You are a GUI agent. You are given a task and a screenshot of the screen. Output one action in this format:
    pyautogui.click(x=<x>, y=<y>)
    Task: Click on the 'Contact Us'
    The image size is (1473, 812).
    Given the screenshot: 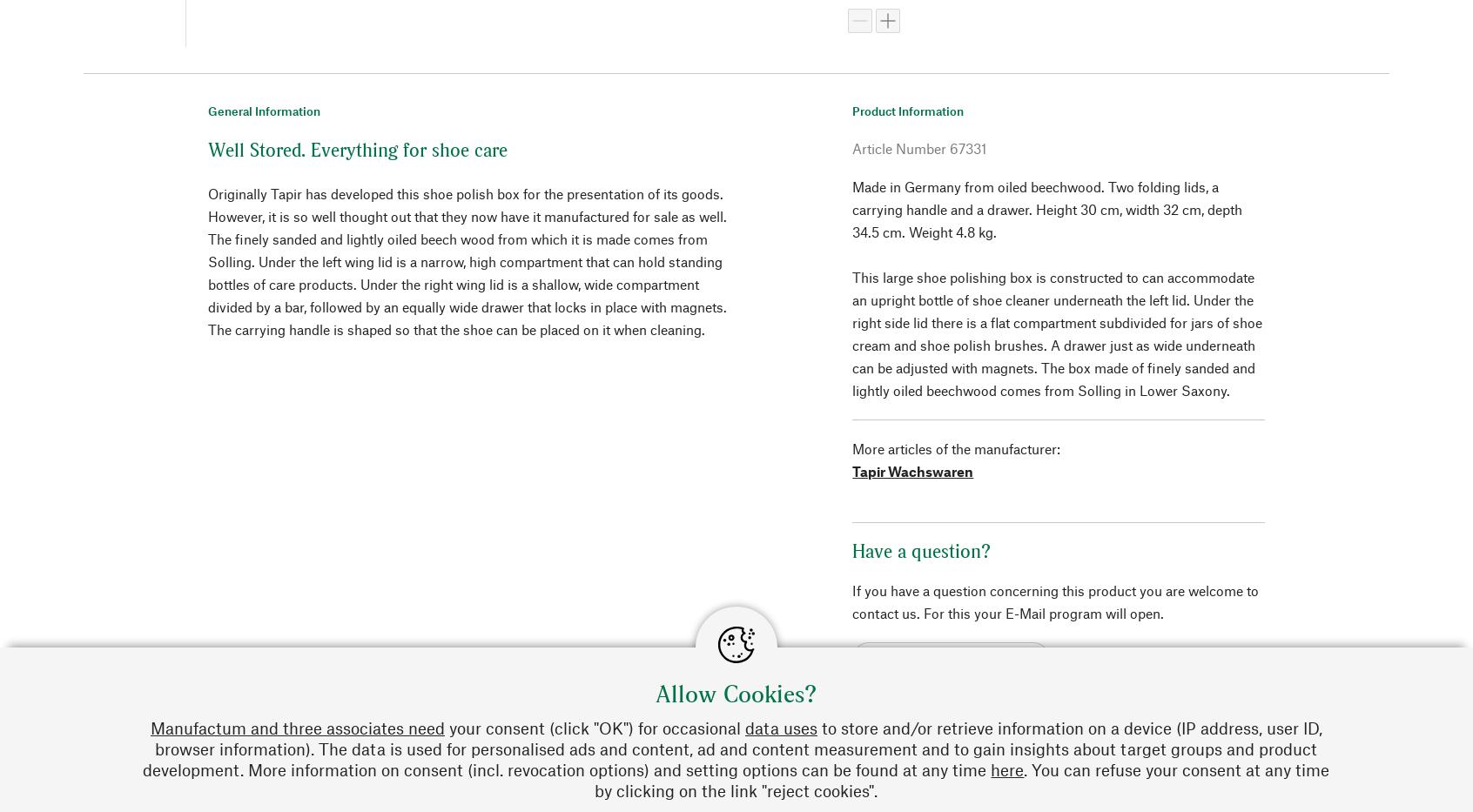 What is the action you would take?
    pyautogui.click(x=1176, y=754)
    